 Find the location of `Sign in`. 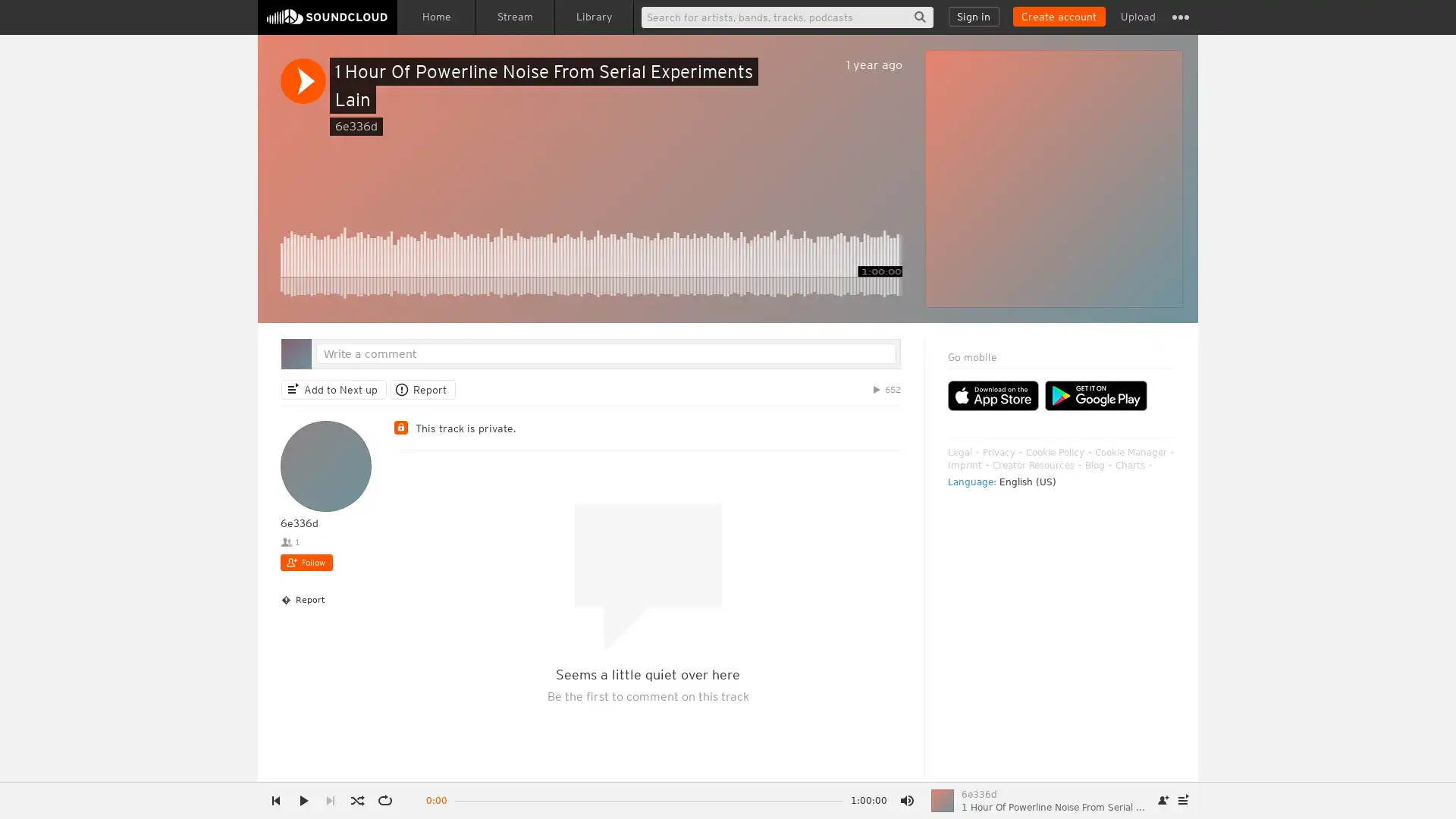

Sign in is located at coordinates (974, 17).